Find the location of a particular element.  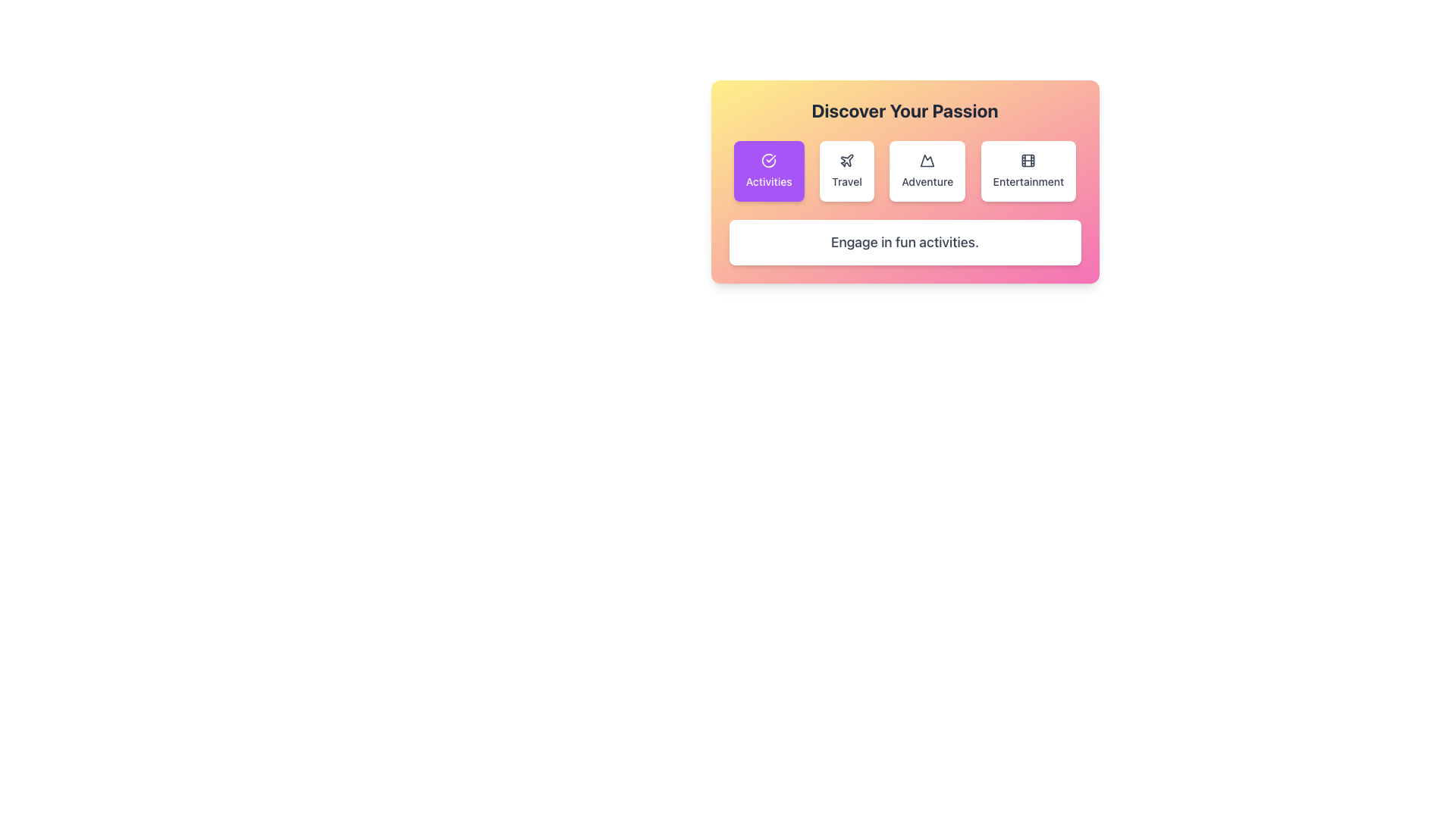

the text box containing the centered text 'Engage in fun activities.' which has a solid white background, rounded corners, and drop shadow is located at coordinates (905, 242).